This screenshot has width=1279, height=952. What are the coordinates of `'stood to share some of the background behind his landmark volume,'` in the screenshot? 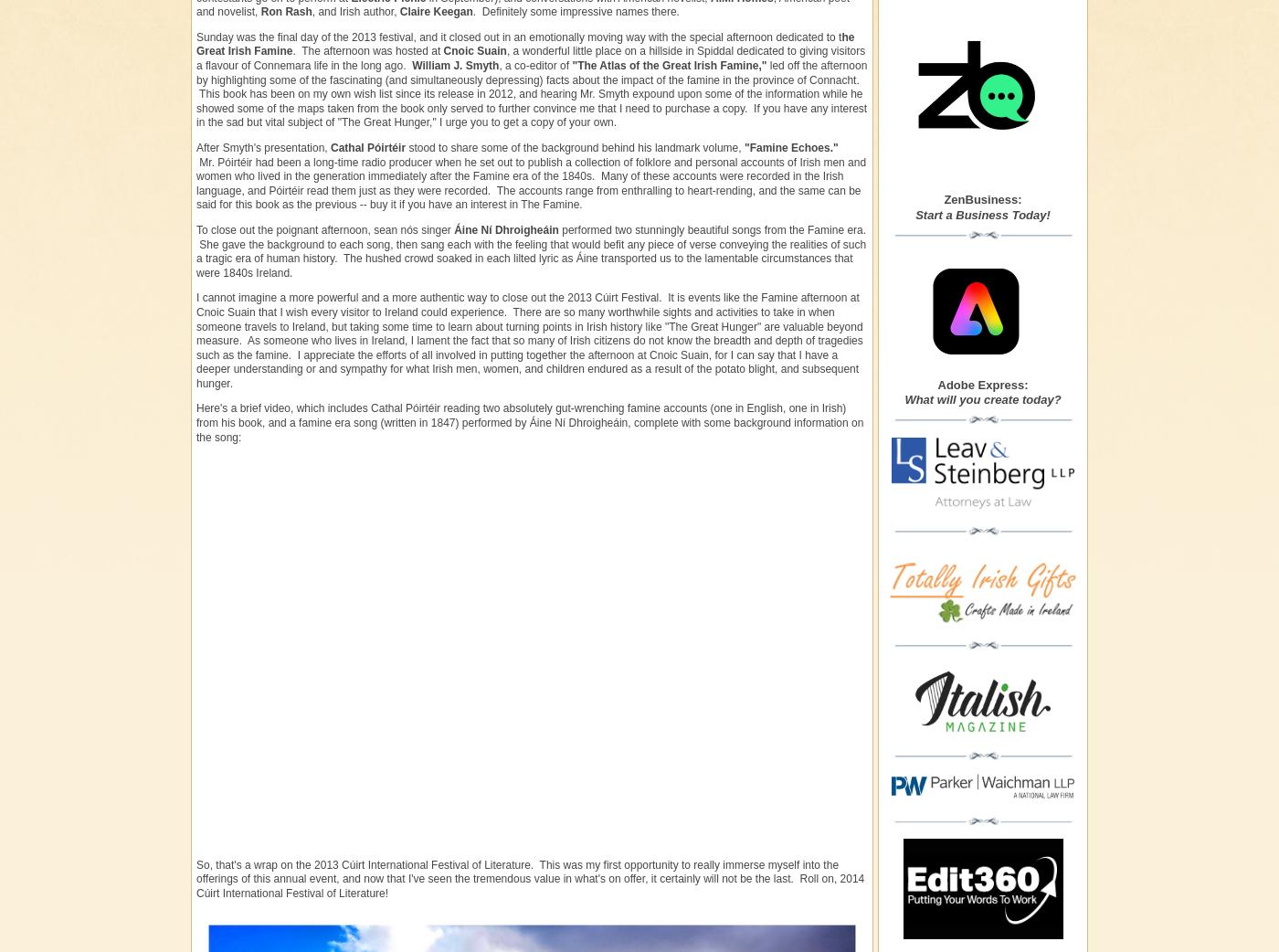 It's located at (405, 146).